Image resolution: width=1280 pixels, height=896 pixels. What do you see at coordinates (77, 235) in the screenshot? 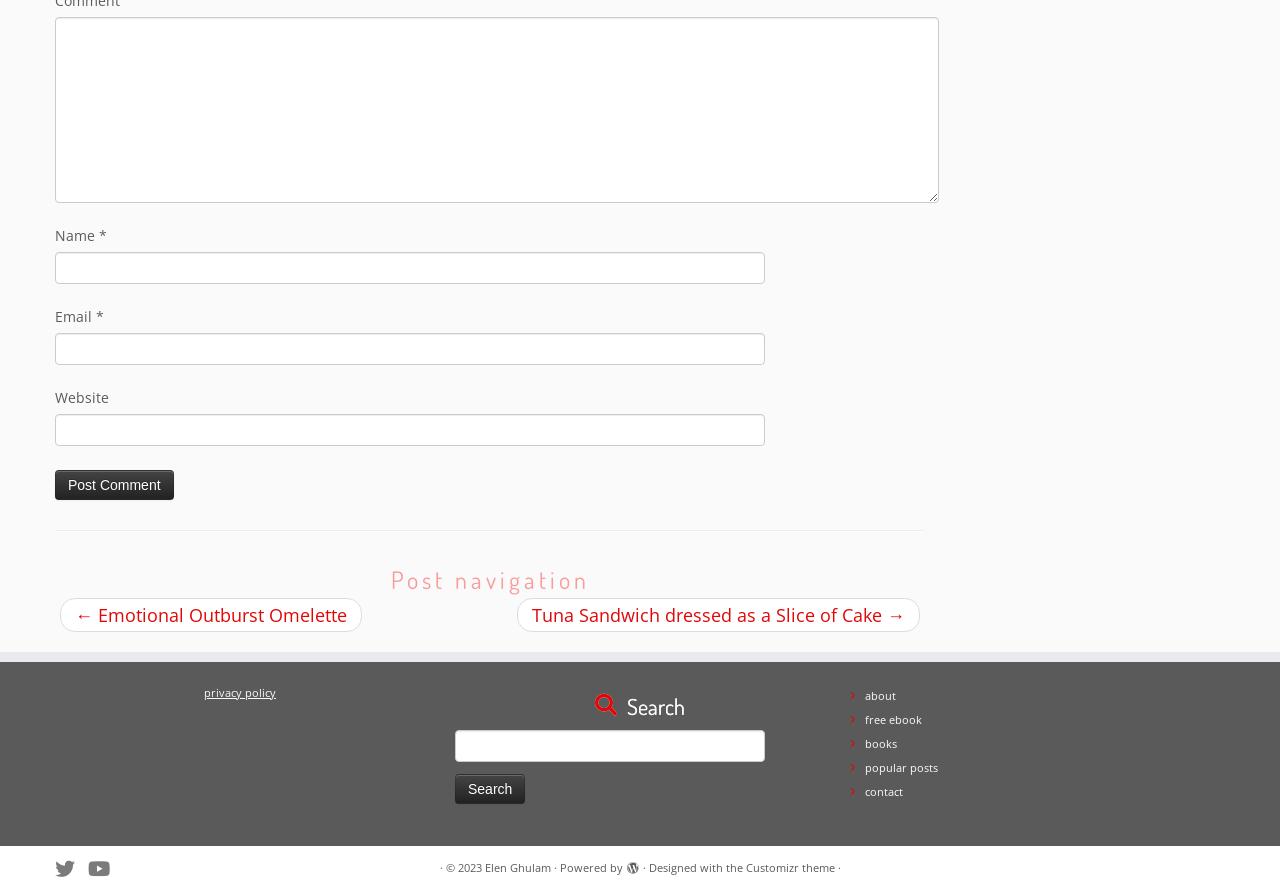
I see `'Name'` at bounding box center [77, 235].